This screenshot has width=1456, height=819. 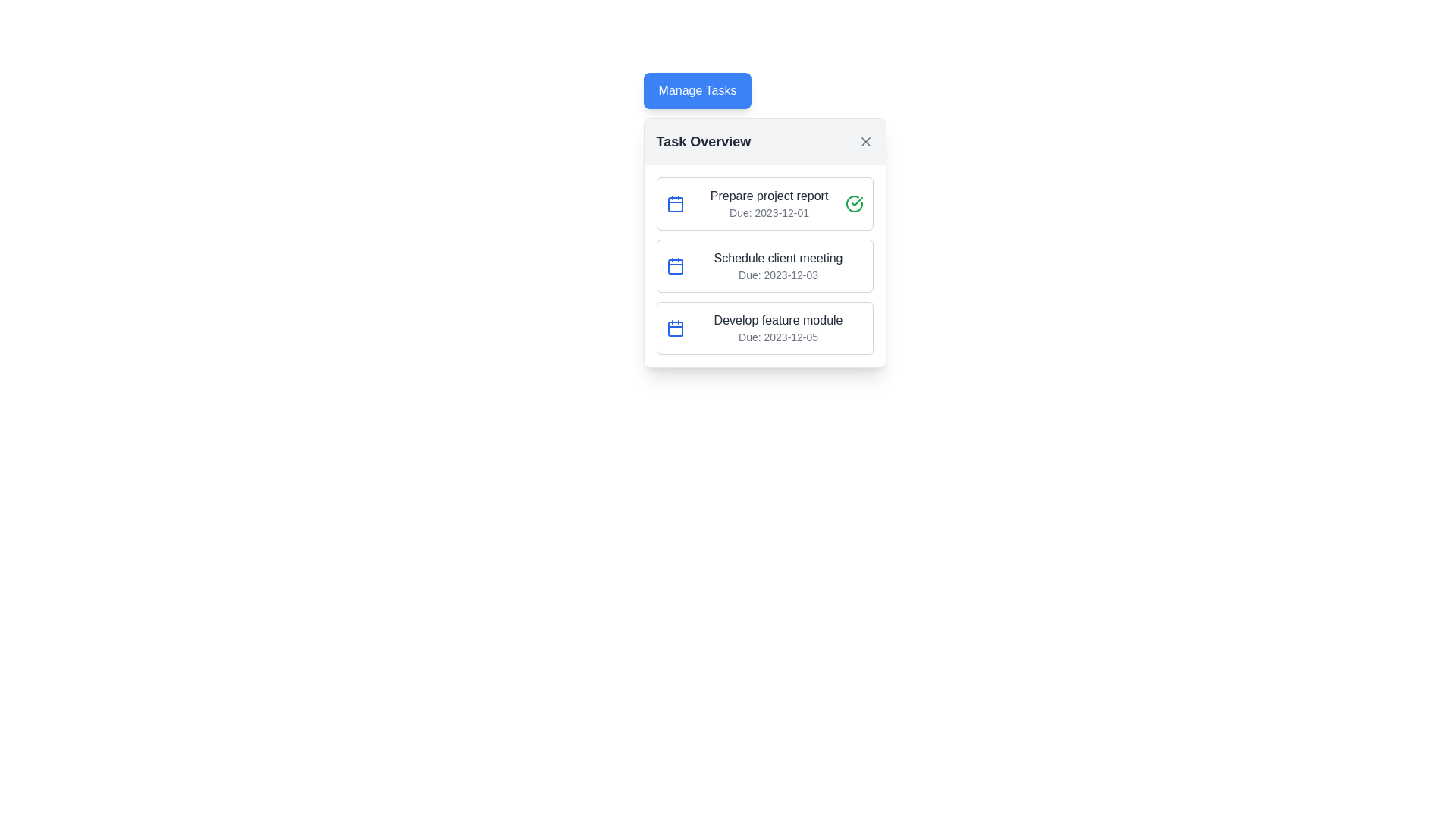 What do you see at coordinates (764, 265) in the screenshot?
I see `the second task card in the 'Task Overview' section that displays the scheduled task titled 'Schedule client meeting'` at bounding box center [764, 265].